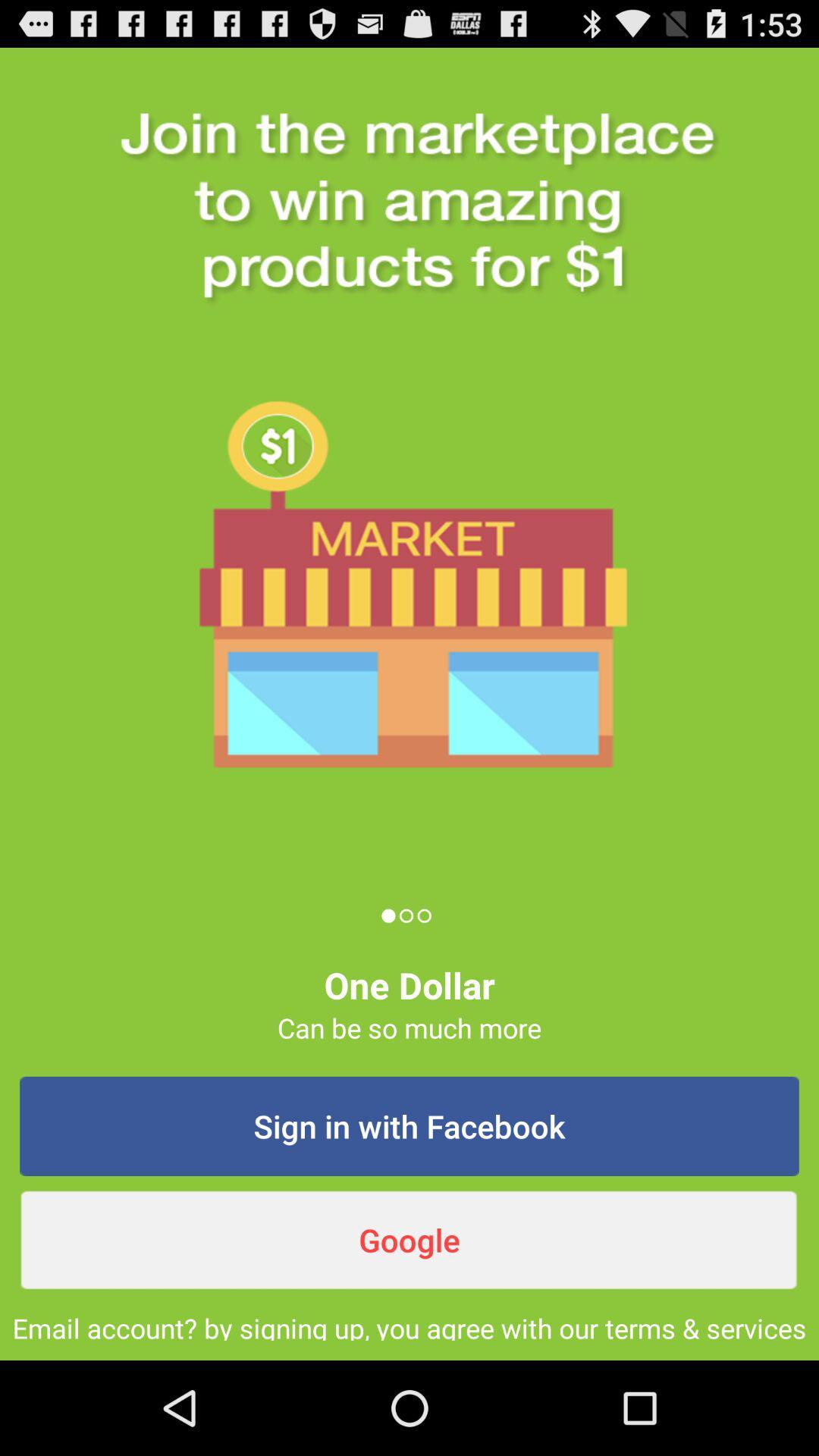 This screenshot has width=819, height=1456. What do you see at coordinates (409, 1324) in the screenshot?
I see `the email account by` at bounding box center [409, 1324].